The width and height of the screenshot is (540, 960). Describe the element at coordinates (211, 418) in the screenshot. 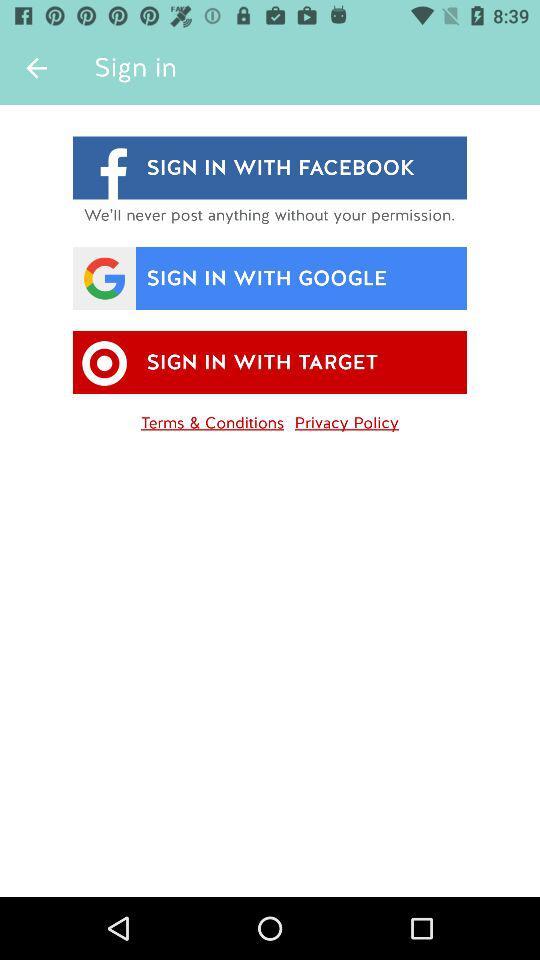

I see `item next to the privacy policy` at that location.